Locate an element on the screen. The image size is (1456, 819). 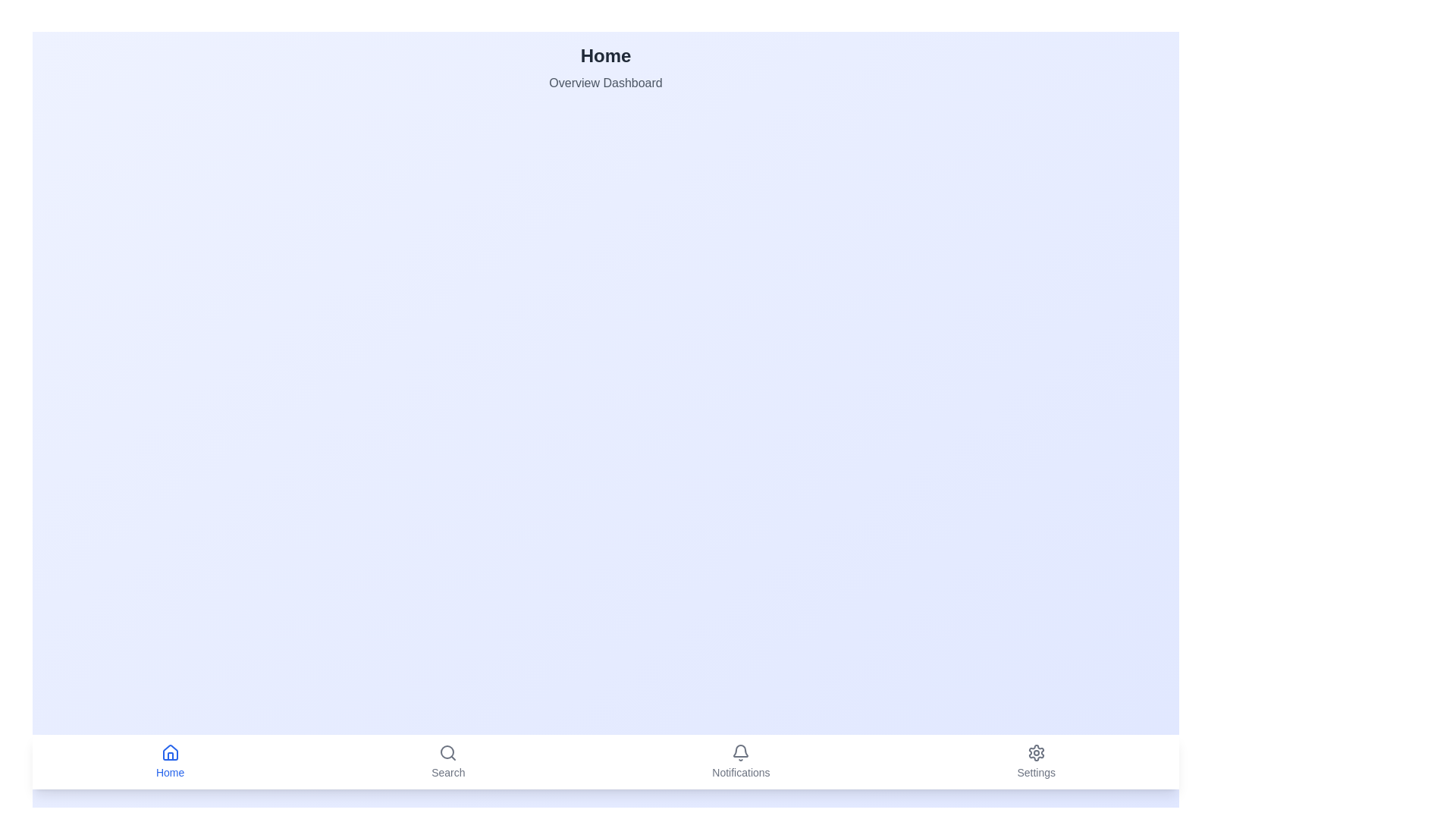
the Notifications tab in the bottom navigation bar is located at coordinates (741, 762).